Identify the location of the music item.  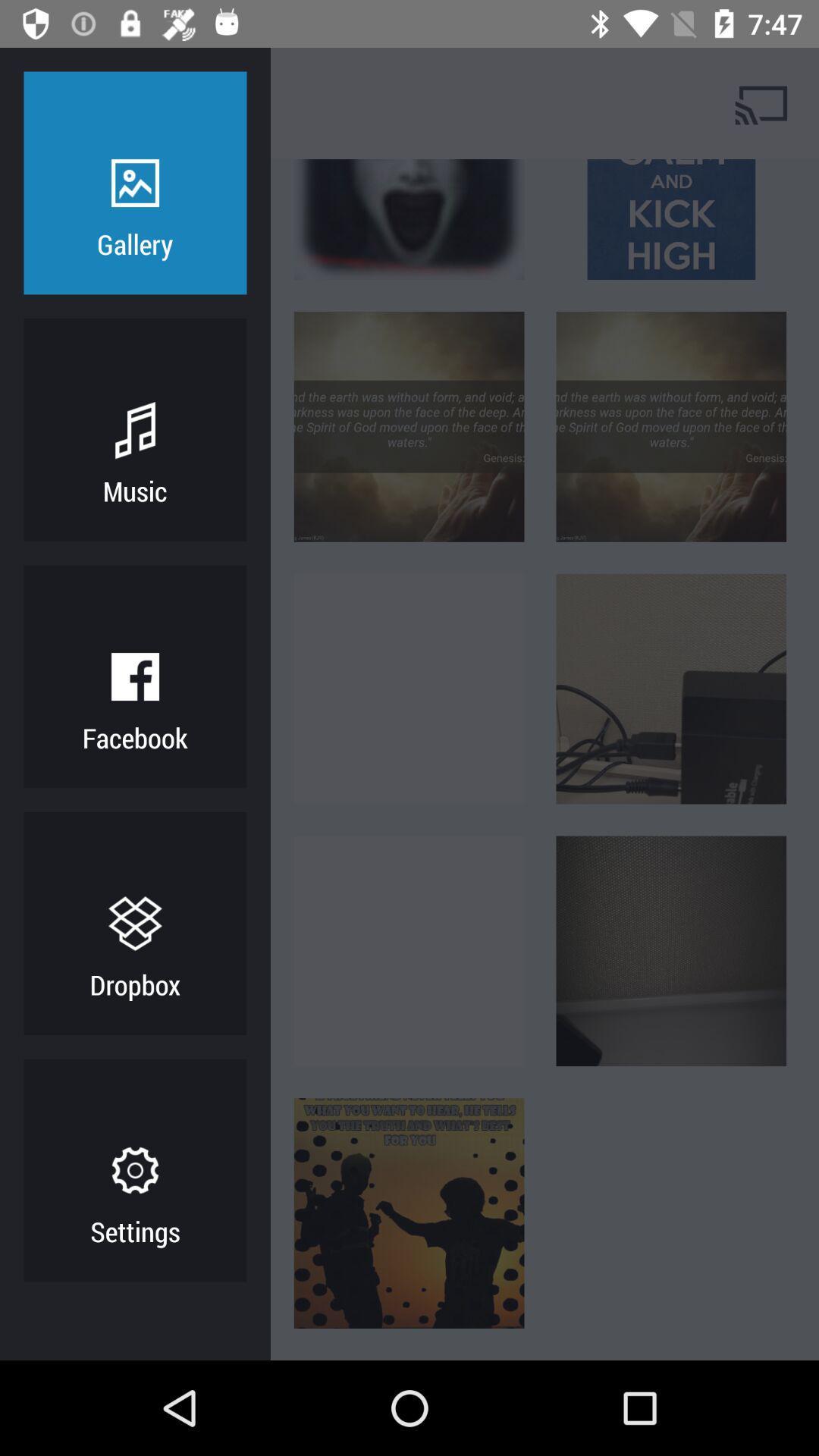
(134, 491).